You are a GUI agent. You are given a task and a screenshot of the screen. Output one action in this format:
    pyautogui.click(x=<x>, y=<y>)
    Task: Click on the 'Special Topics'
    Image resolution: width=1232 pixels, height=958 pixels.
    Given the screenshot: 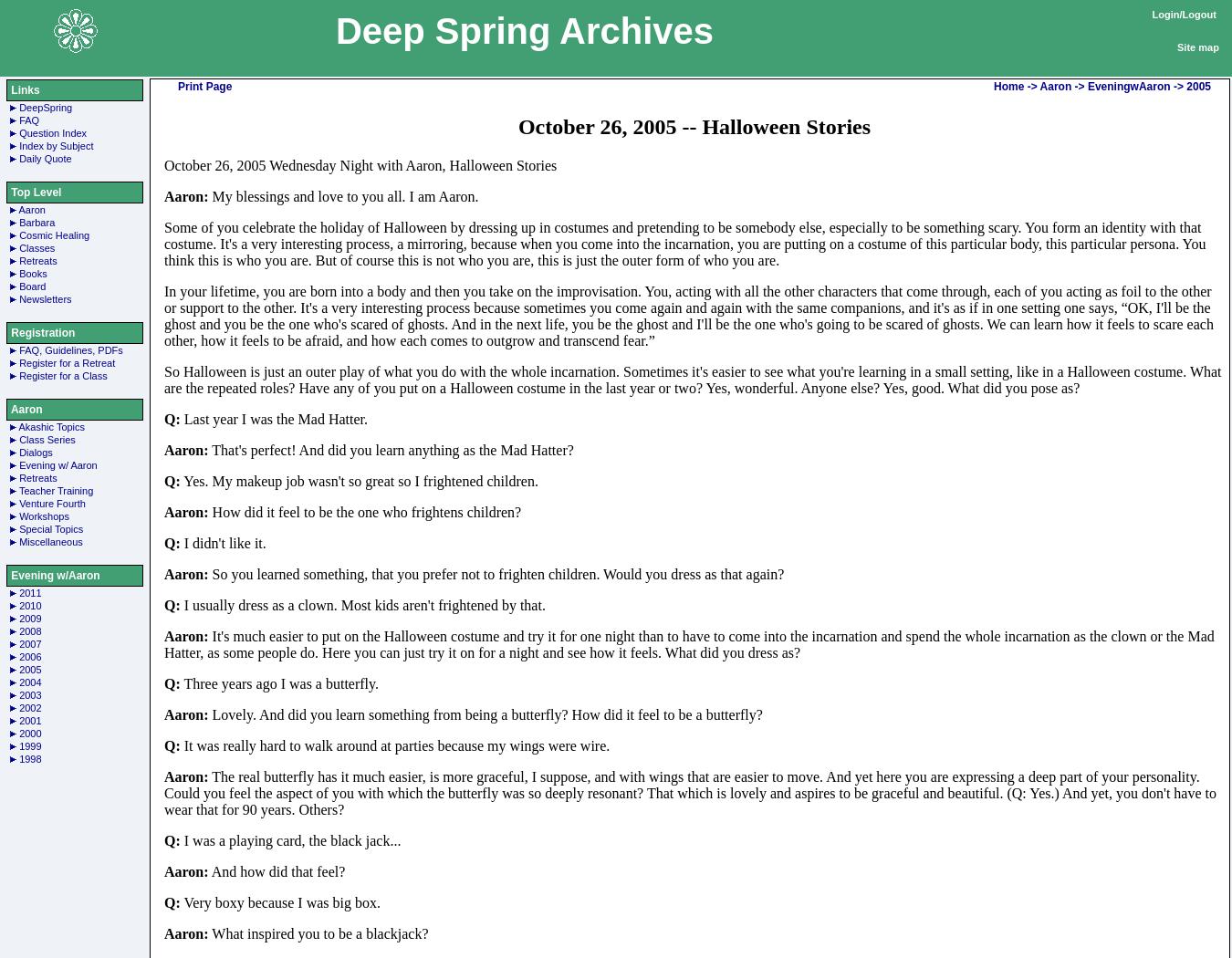 What is the action you would take?
    pyautogui.click(x=50, y=528)
    